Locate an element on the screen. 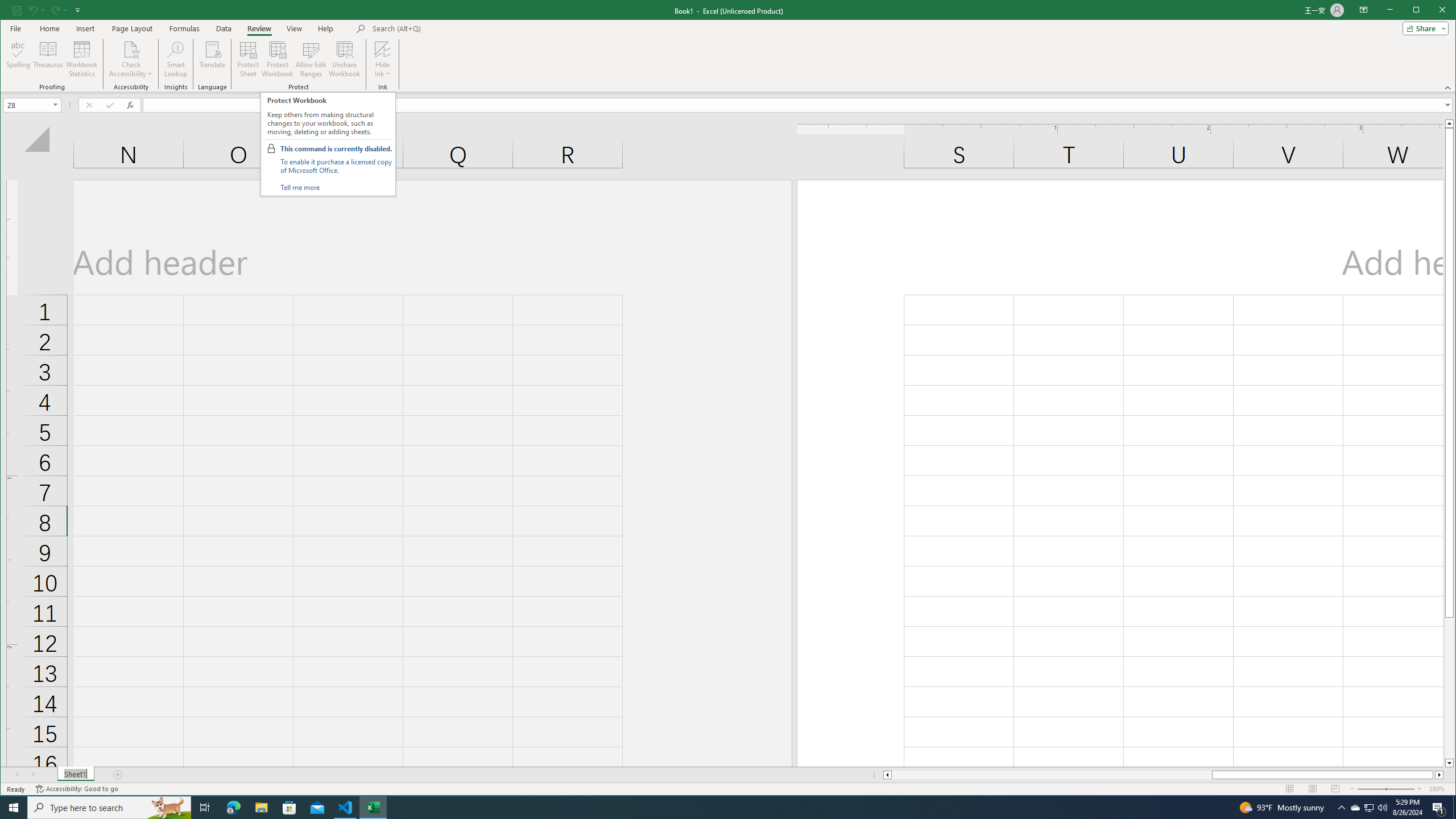  'File Explorer' is located at coordinates (260, 806).